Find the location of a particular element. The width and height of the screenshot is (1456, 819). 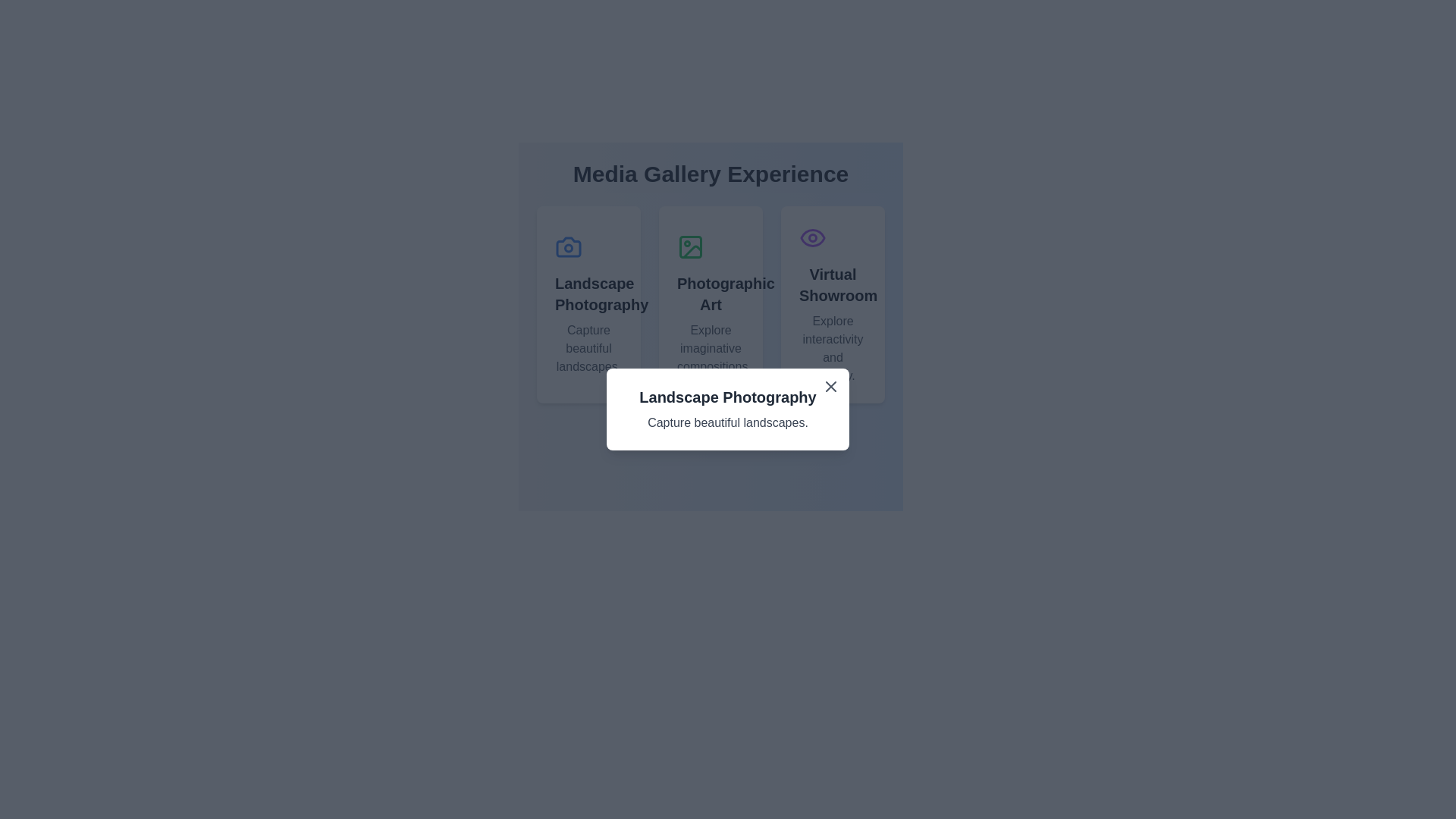

the purple eye icon located at the top center of the 'Virtual Showroom' section, which is characterized by its circular shape and inner pupil is located at coordinates (811, 237).